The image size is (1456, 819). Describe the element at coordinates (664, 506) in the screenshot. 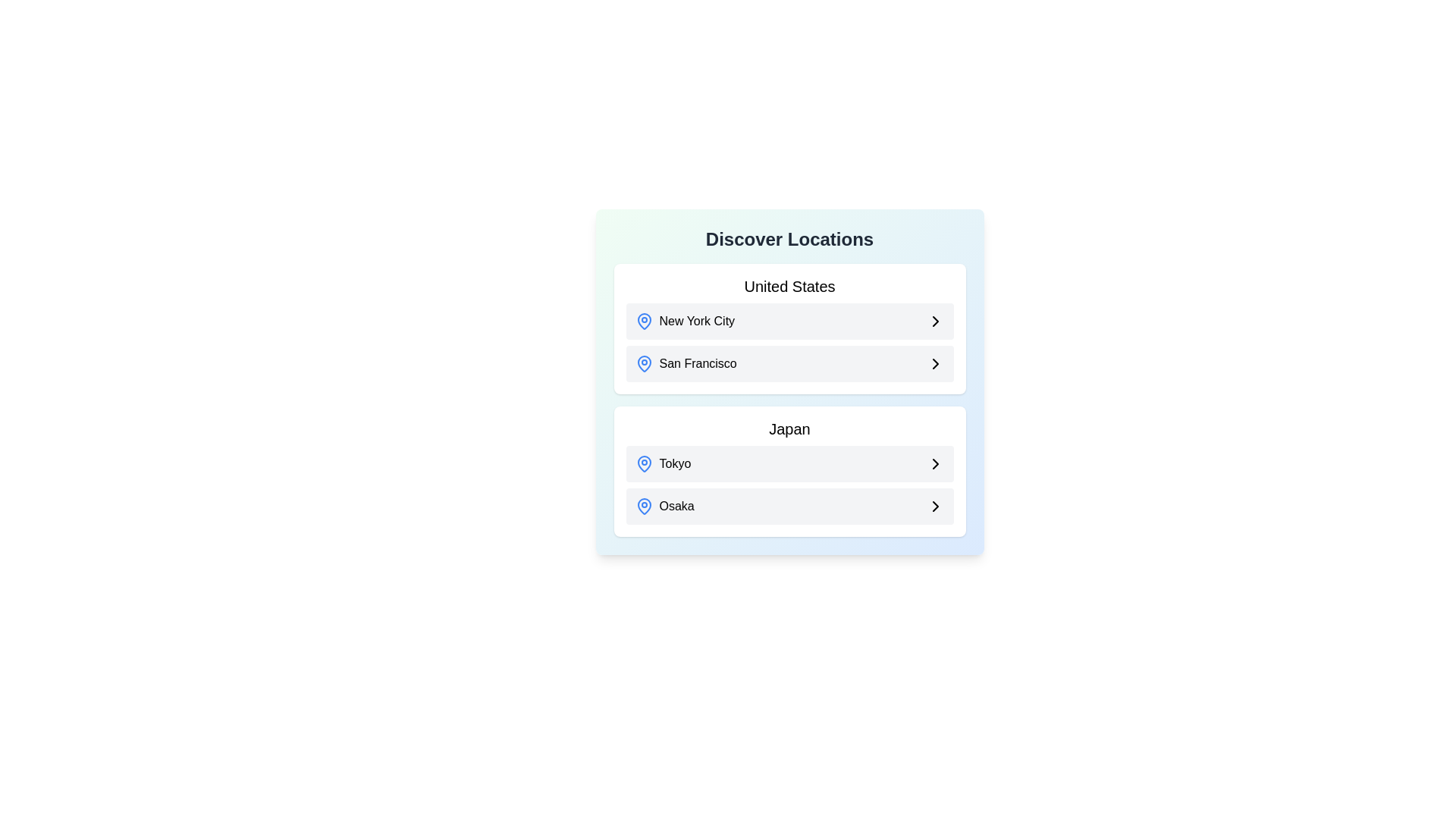

I see `the label displaying 'Osaka' located in the 'Discover Locations' card, which is the second item under 'Japan', positioned between a blue map pin icon and a chevron pointing right` at that location.